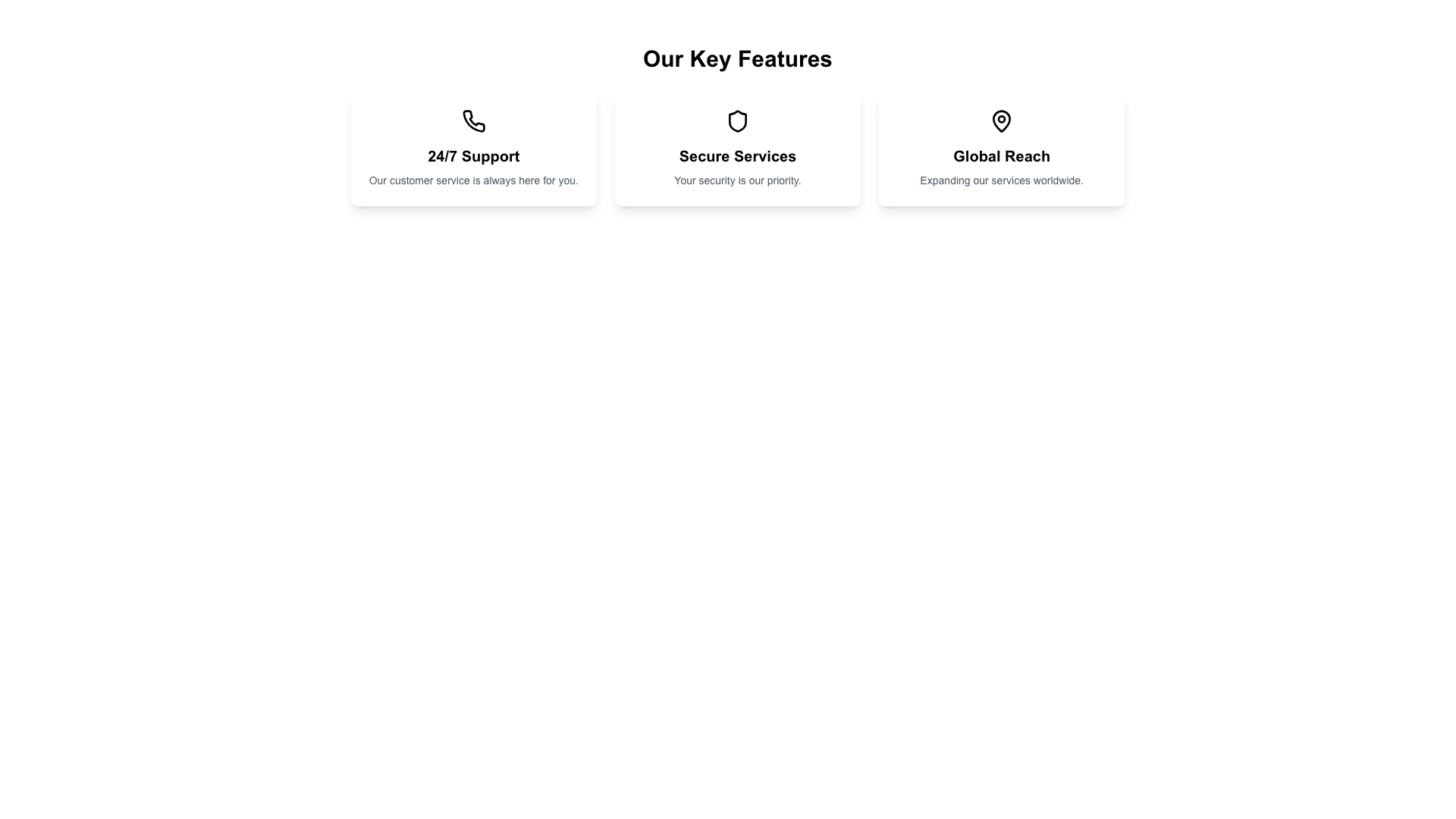 The image size is (1456, 819). What do you see at coordinates (738, 155) in the screenshot?
I see `text 'Secure Services' displayed in a bold, large font within the middle feature card of three horizontal cards` at bounding box center [738, 155].